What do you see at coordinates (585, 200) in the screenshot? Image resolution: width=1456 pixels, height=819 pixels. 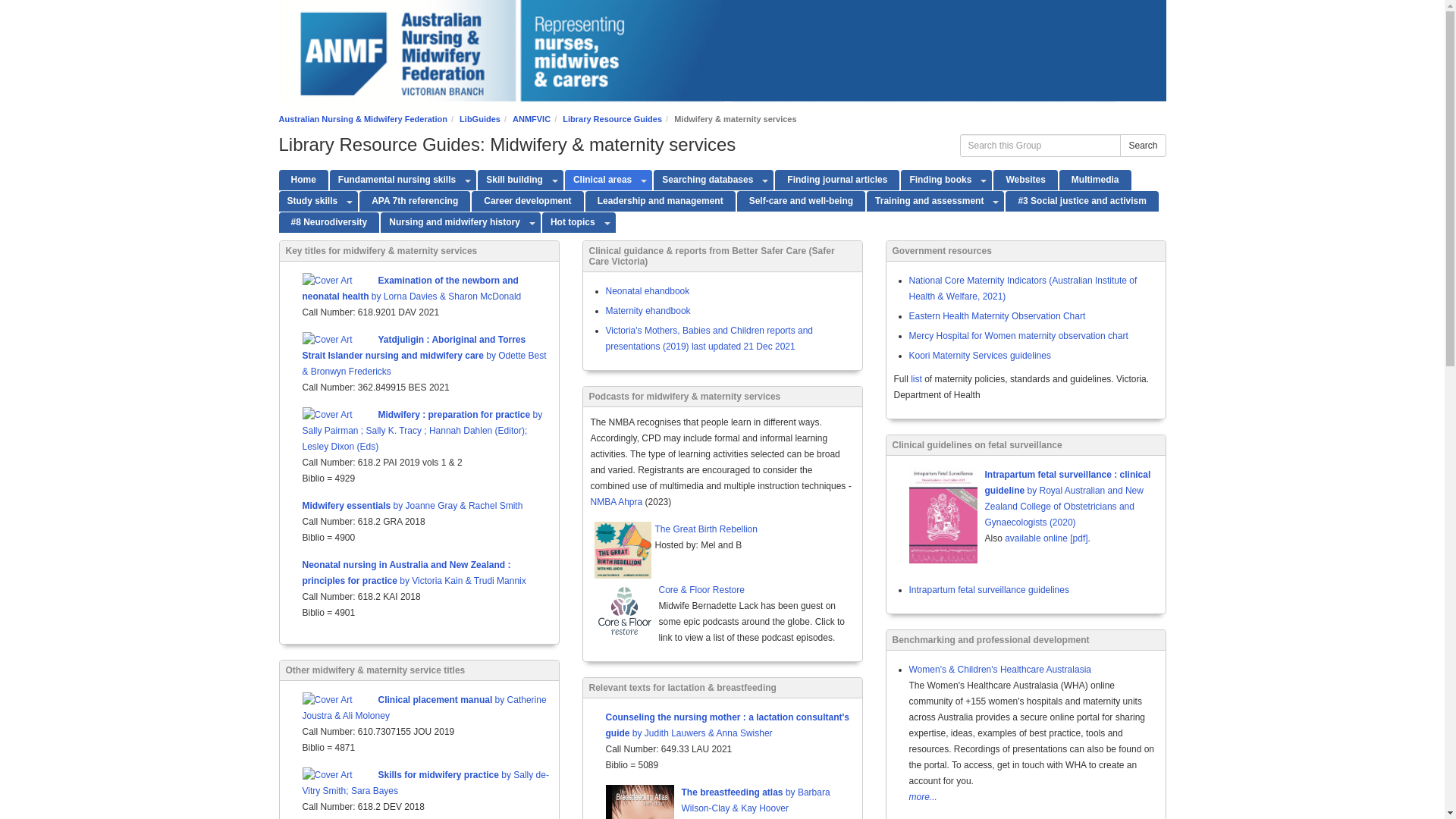 I see `'Leadership and management'` at bounding box center [585, 200].